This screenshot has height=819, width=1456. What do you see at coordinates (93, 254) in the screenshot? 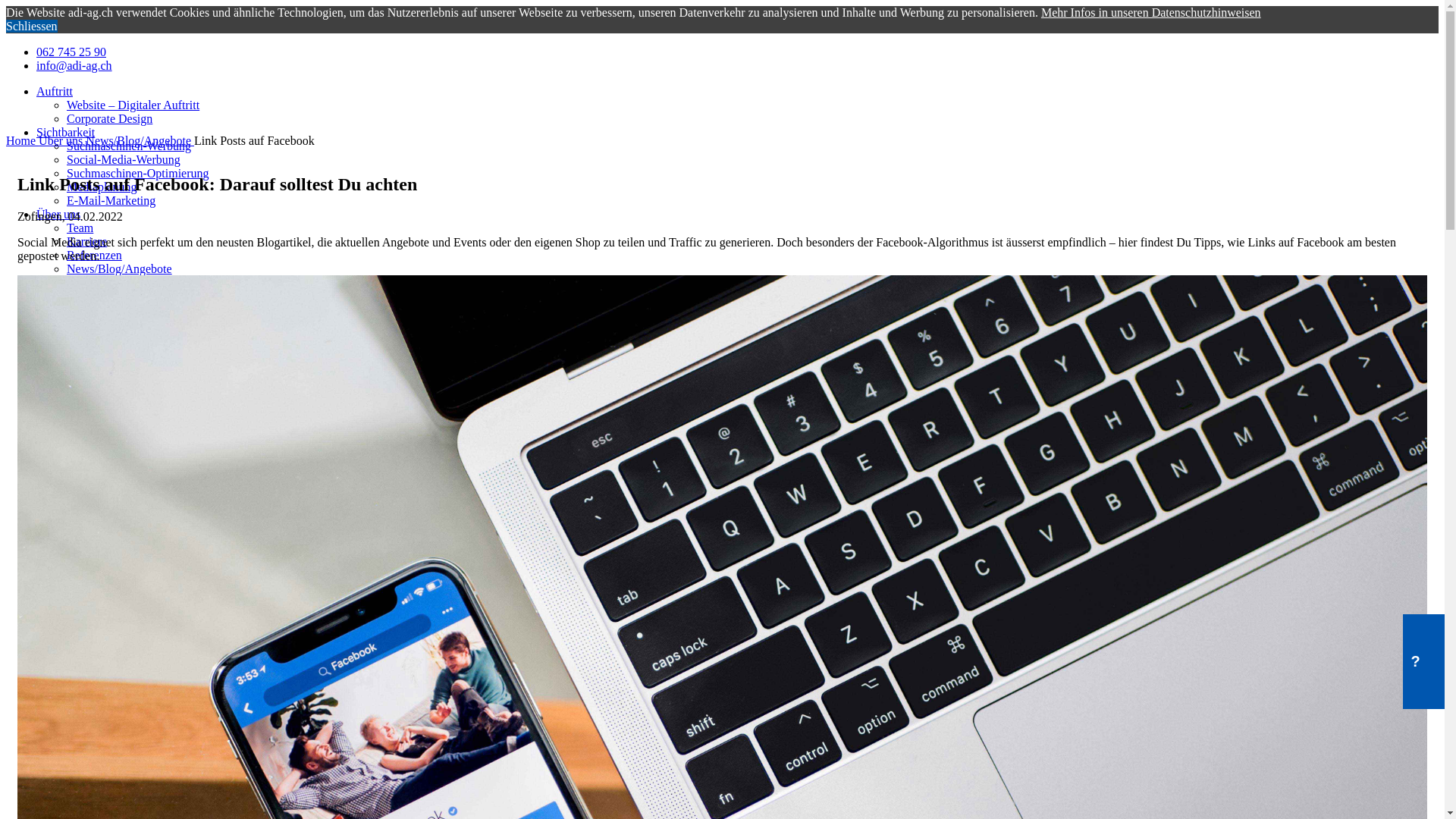
I see `'Referenzen'` at bounding box center [93, 254].